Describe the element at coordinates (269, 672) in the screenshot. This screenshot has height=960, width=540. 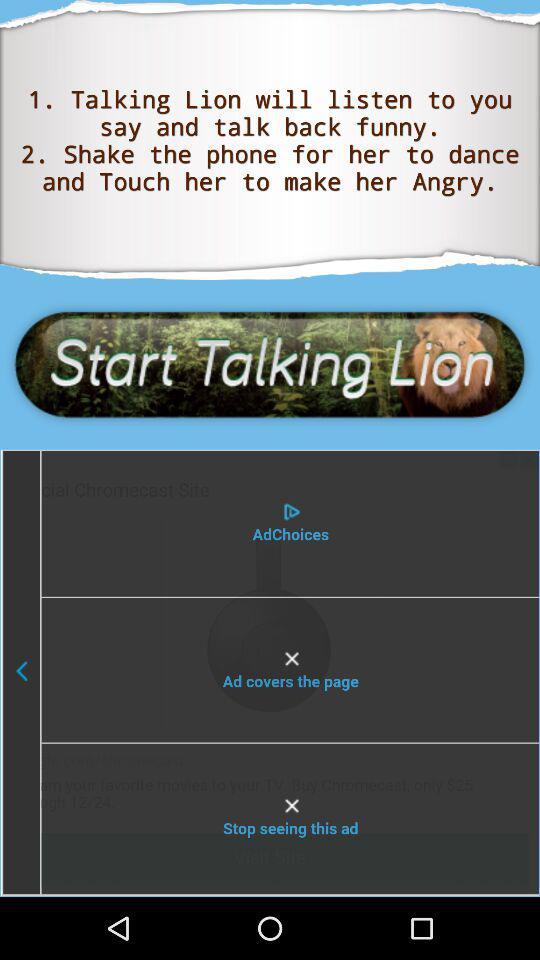
I see `switch autoplay option` at that location.